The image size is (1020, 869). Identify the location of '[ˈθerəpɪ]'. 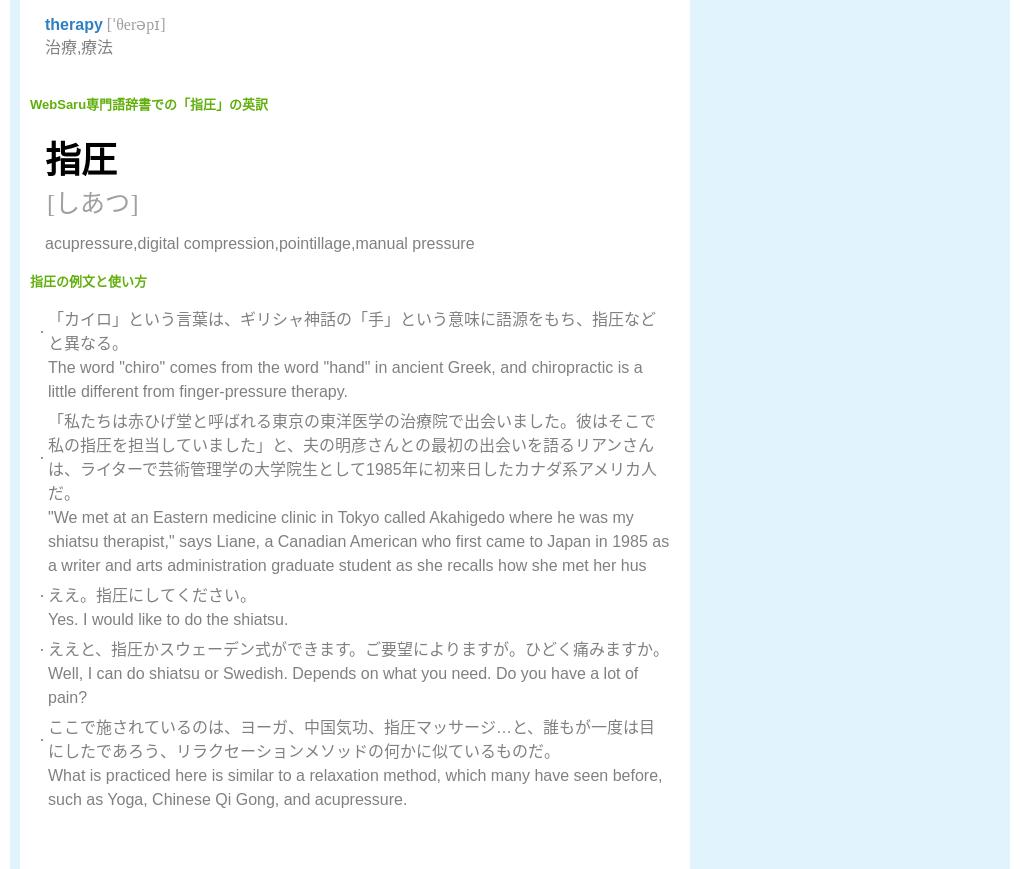
(133, 23).